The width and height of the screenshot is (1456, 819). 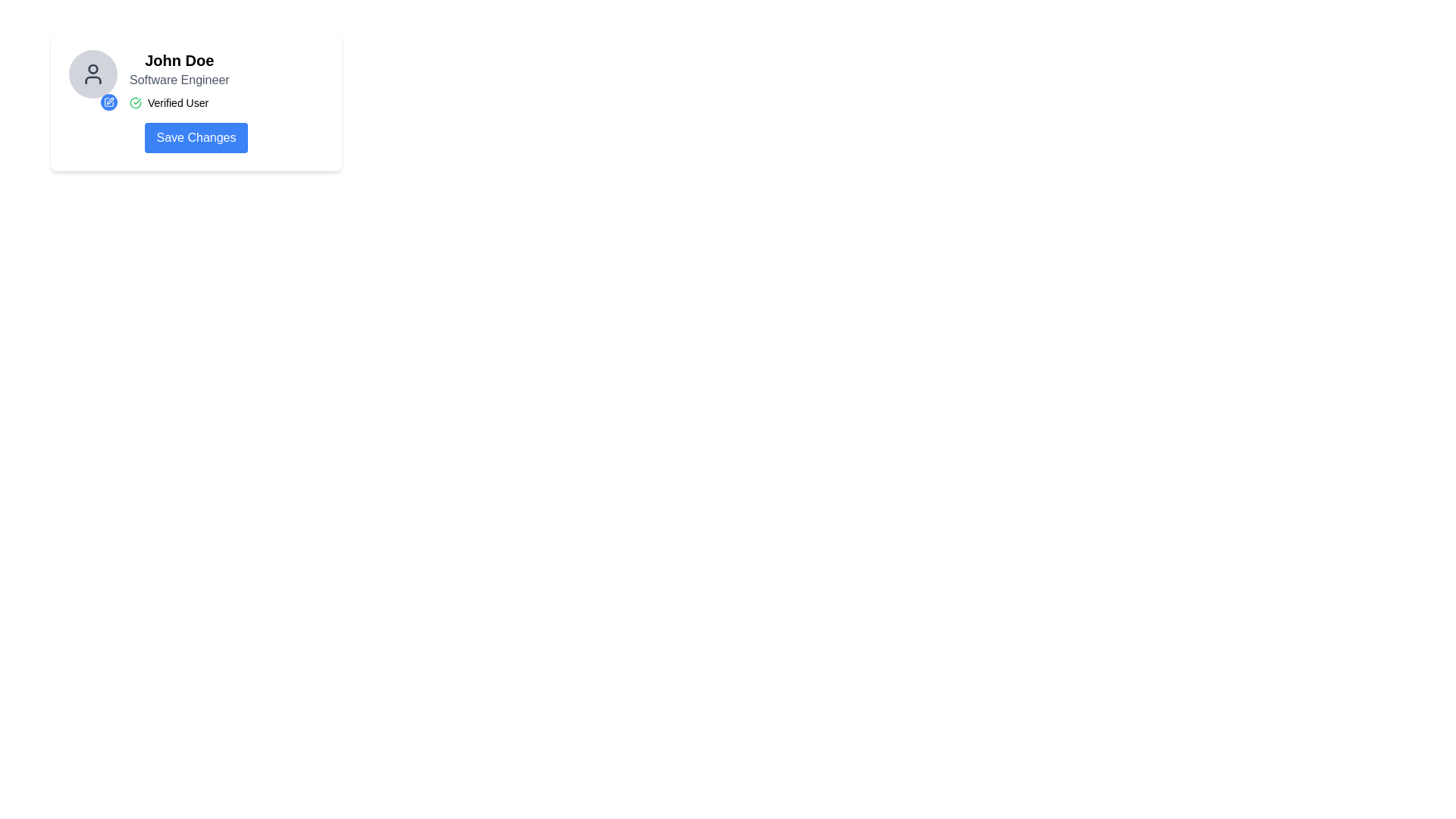 What do you see at coordinates (93, 69) in the screenshot?
I see `the Circle graphic representing the head of the user profile icon in the SVG, located on the left side of the displayed user name and role` at bounding box center [93, 69].